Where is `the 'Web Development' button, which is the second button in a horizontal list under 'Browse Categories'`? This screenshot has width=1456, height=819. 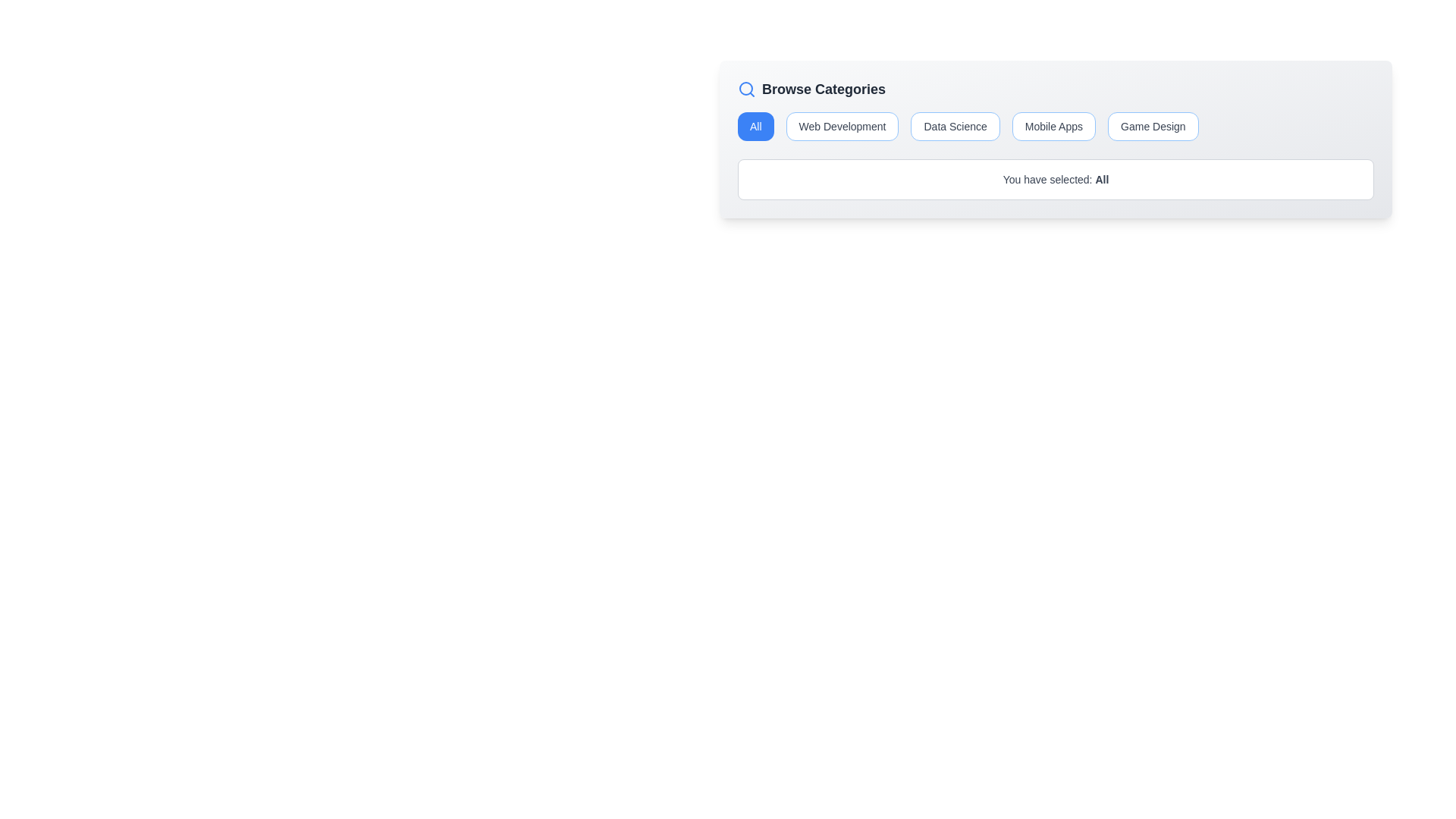
the 'Web Development' button, which is the second button in a horizontal list under 'Browse Categories' is located at coordinates (842, 125).